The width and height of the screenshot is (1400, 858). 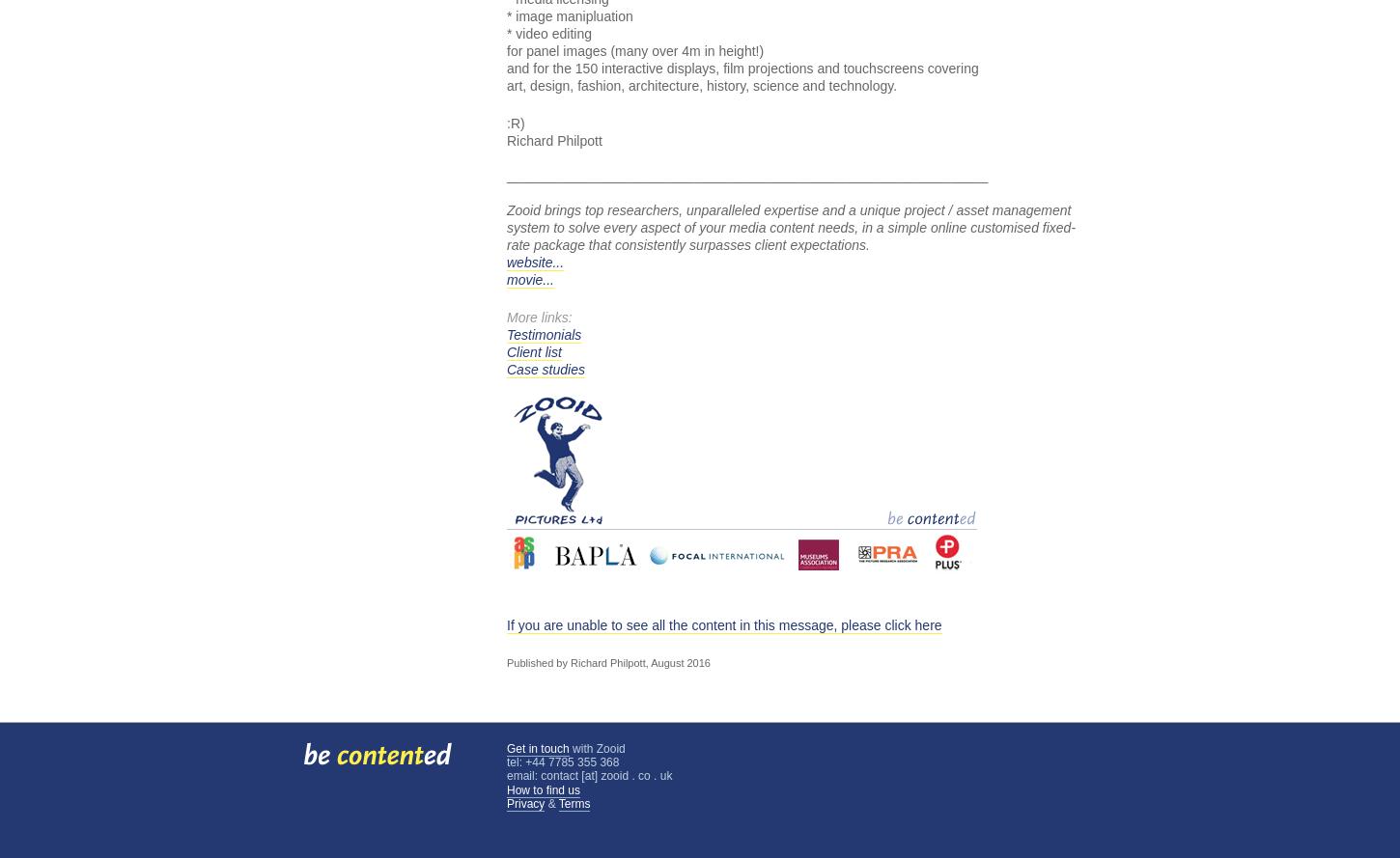 I want to click on 'Zooid brings top researchers, unparalleled expertise and a unique project / asset management system to solve every aspect of your media content needs, in a simple online customised fixed-rate package that consistently surpasses client expectations.', so click(x=791, y=227).